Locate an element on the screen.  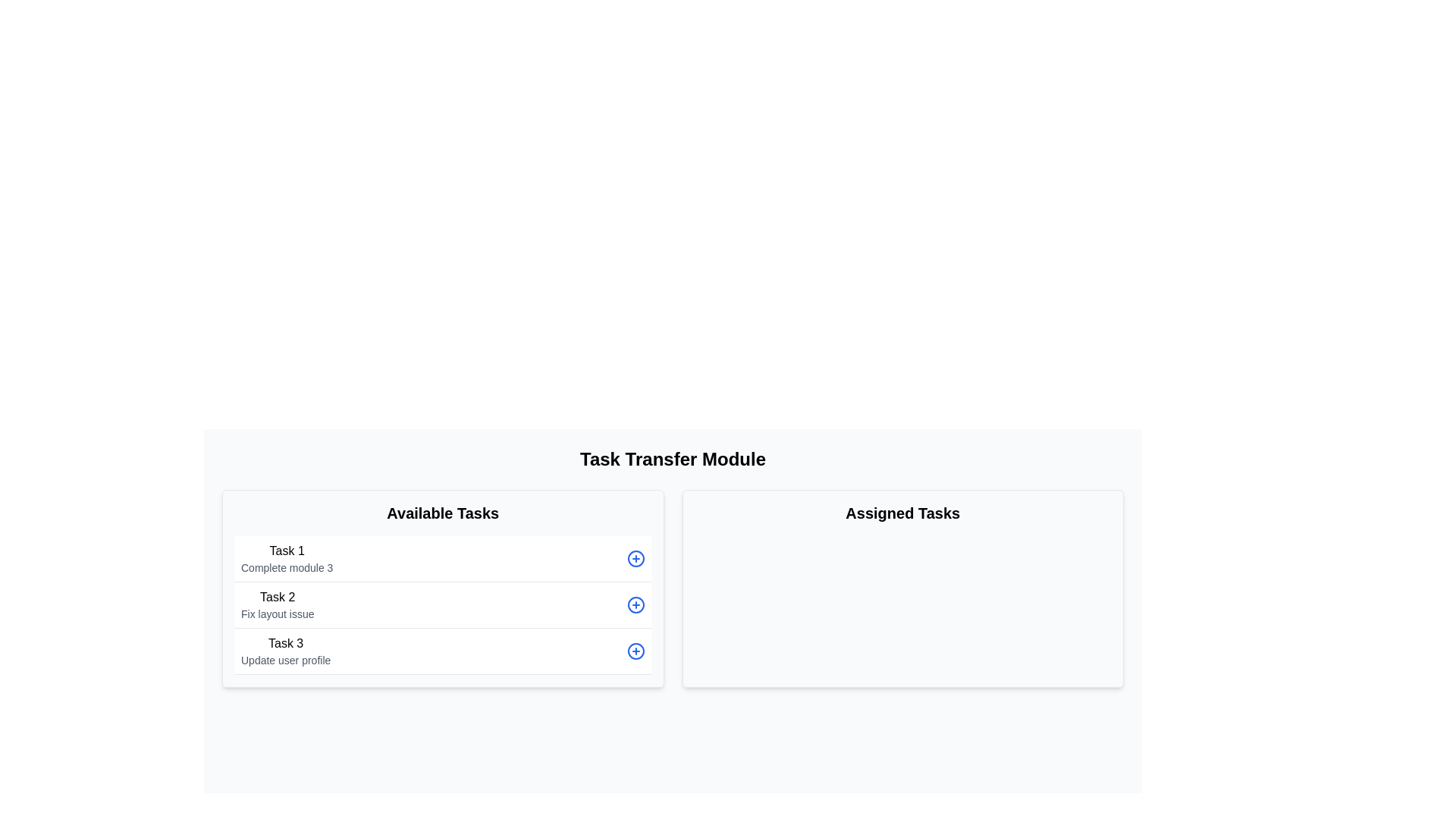
the task labeled 'Task 3' with the subtitle 'Update user profile' to view detailed task information is located at coordinates (442, 651).